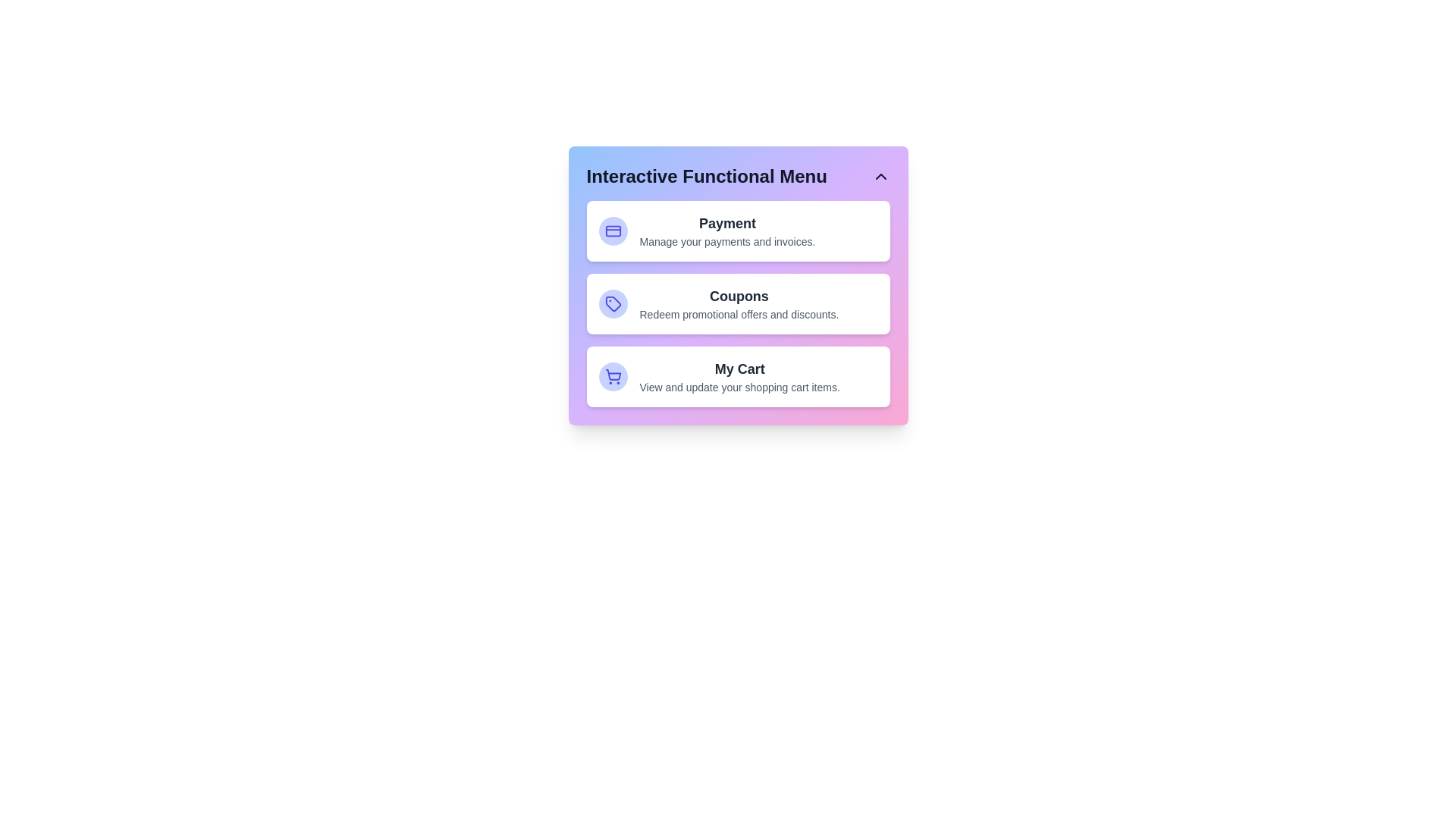 This screenshot has width=1456, height=819. I want to click on the menu item My Cart to view its hover effect, so click(738, 376).